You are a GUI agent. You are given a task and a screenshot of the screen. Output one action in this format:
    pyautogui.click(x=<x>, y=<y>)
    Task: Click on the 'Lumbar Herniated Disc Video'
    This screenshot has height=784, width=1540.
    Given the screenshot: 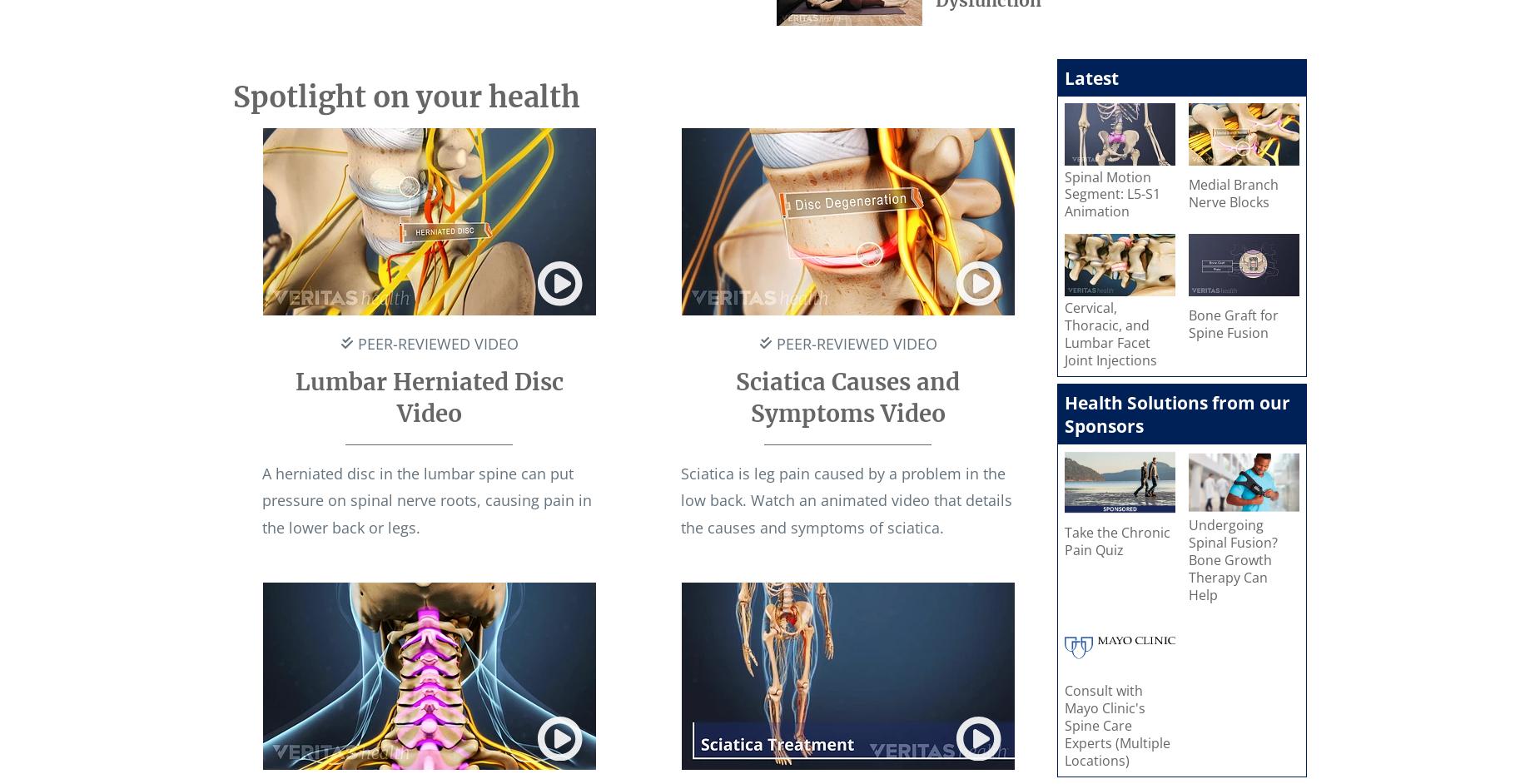 What is the action you would take?
    pyautogui.click(x=429, y=397)
    